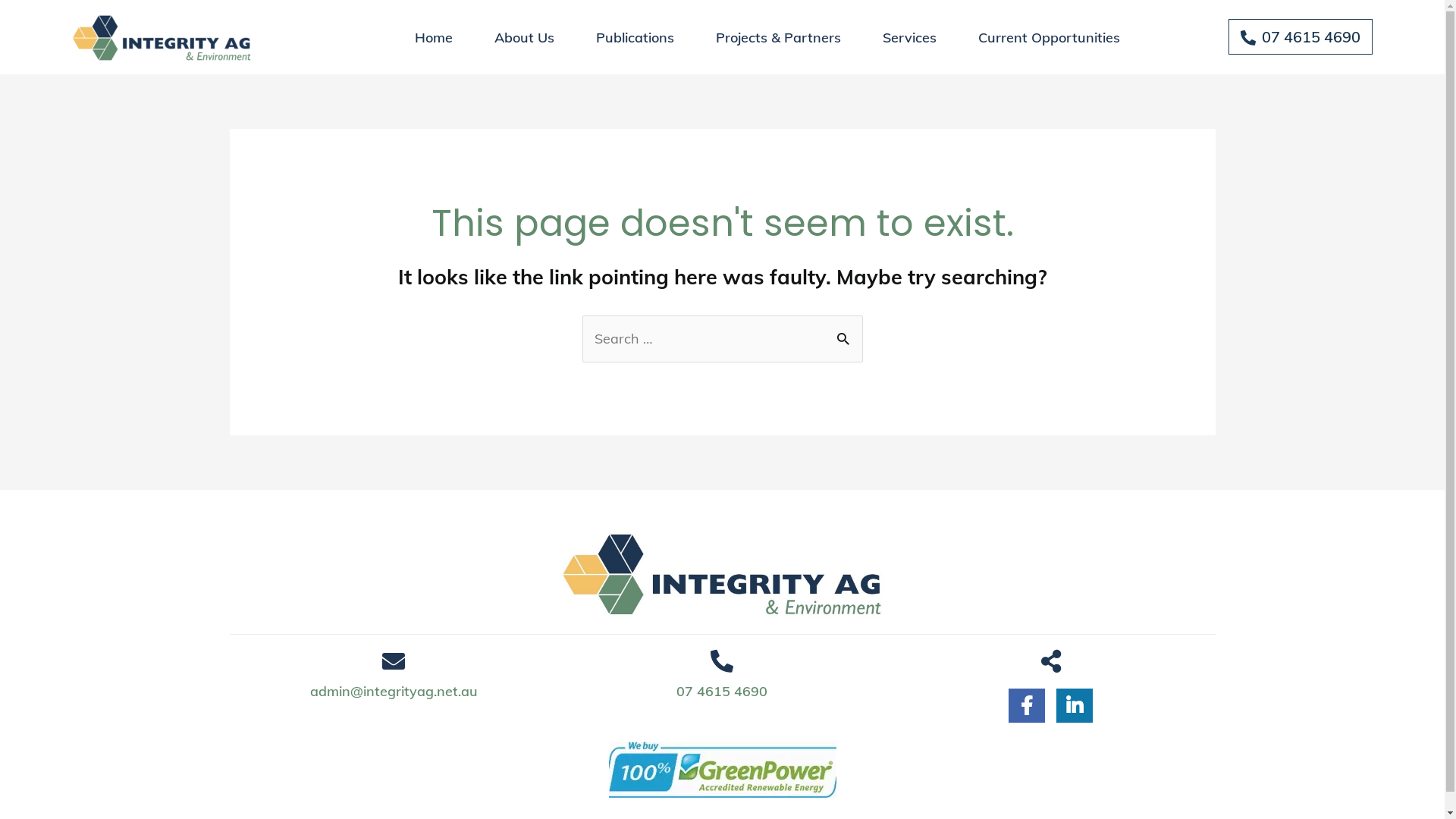 This screenshot has height=819, width=1456. Describe the element at coordinates (695, 36) in the screenshot. I see `'Projects & Partners'` at that location.